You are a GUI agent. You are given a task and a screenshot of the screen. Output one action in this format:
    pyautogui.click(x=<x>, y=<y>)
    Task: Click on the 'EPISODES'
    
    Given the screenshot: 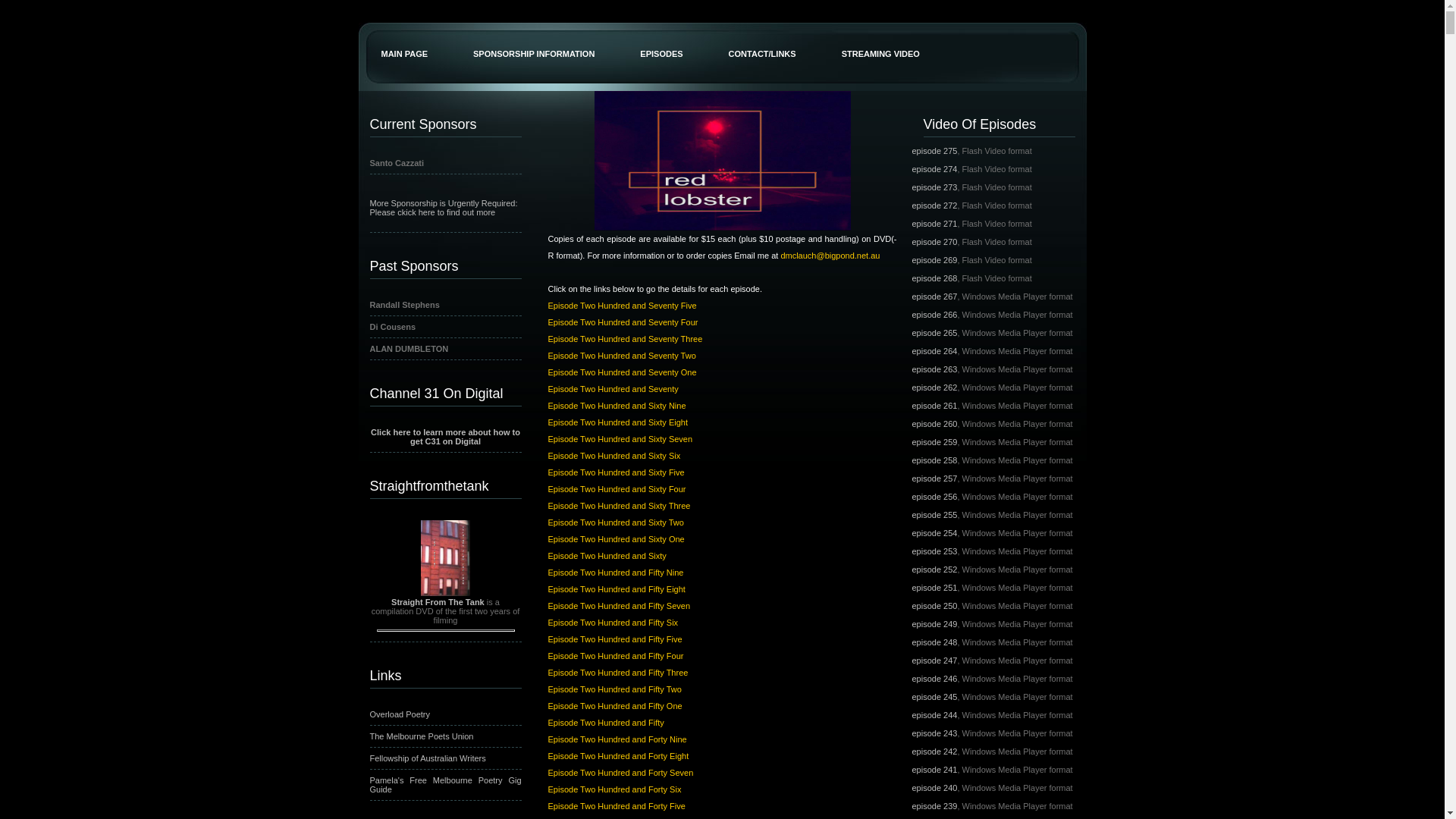 What is the action you would take?
    pyautogui.click(x=661, y=37)
    